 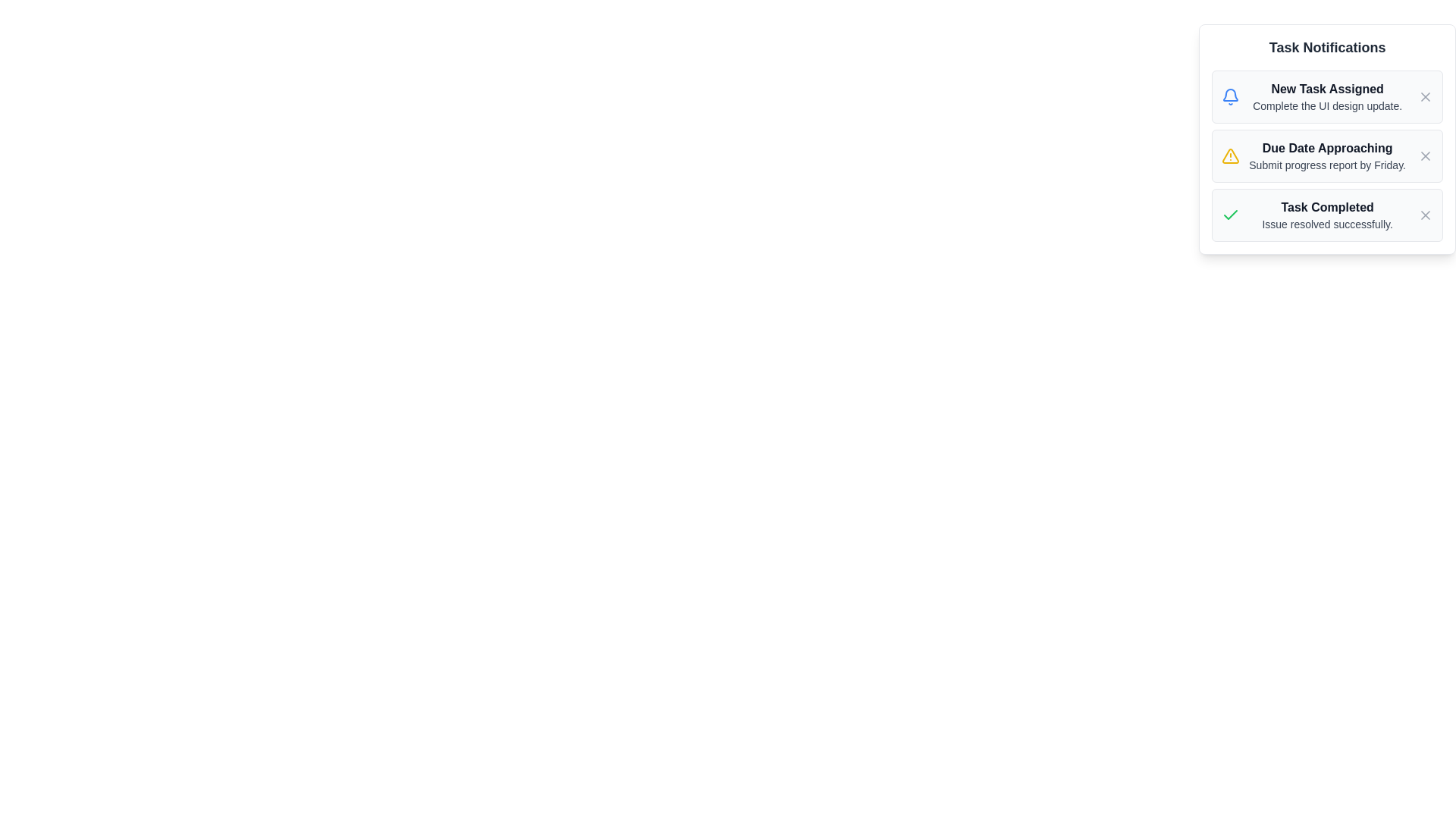 What do you see at coordinates (1326, 96) in the screenshot?
I see `the notification message indicating a new task assigned` at bounding box center [1326, 96].